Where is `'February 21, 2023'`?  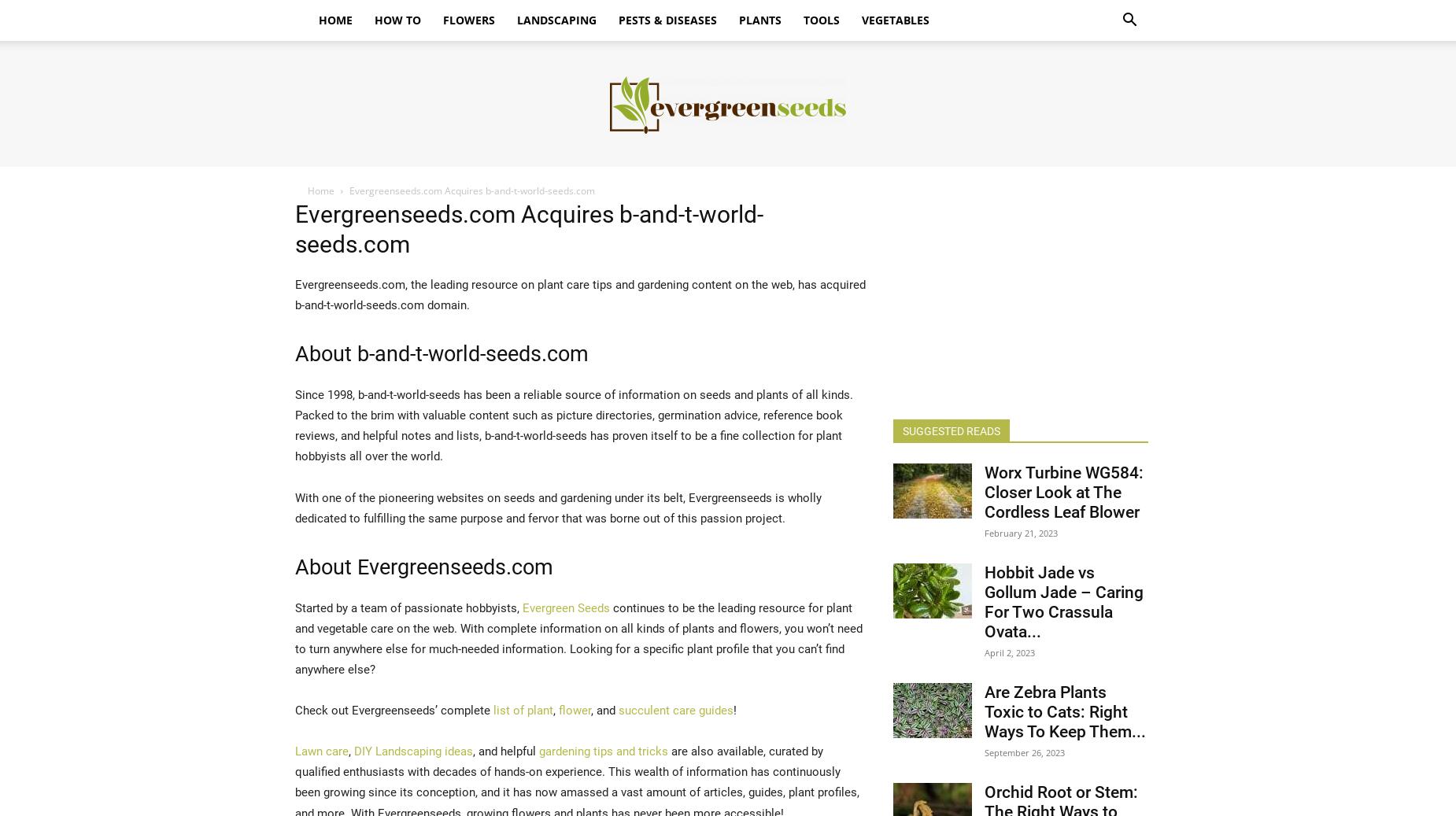 'February 21, 2023' is located at coordinates (1020, 533).